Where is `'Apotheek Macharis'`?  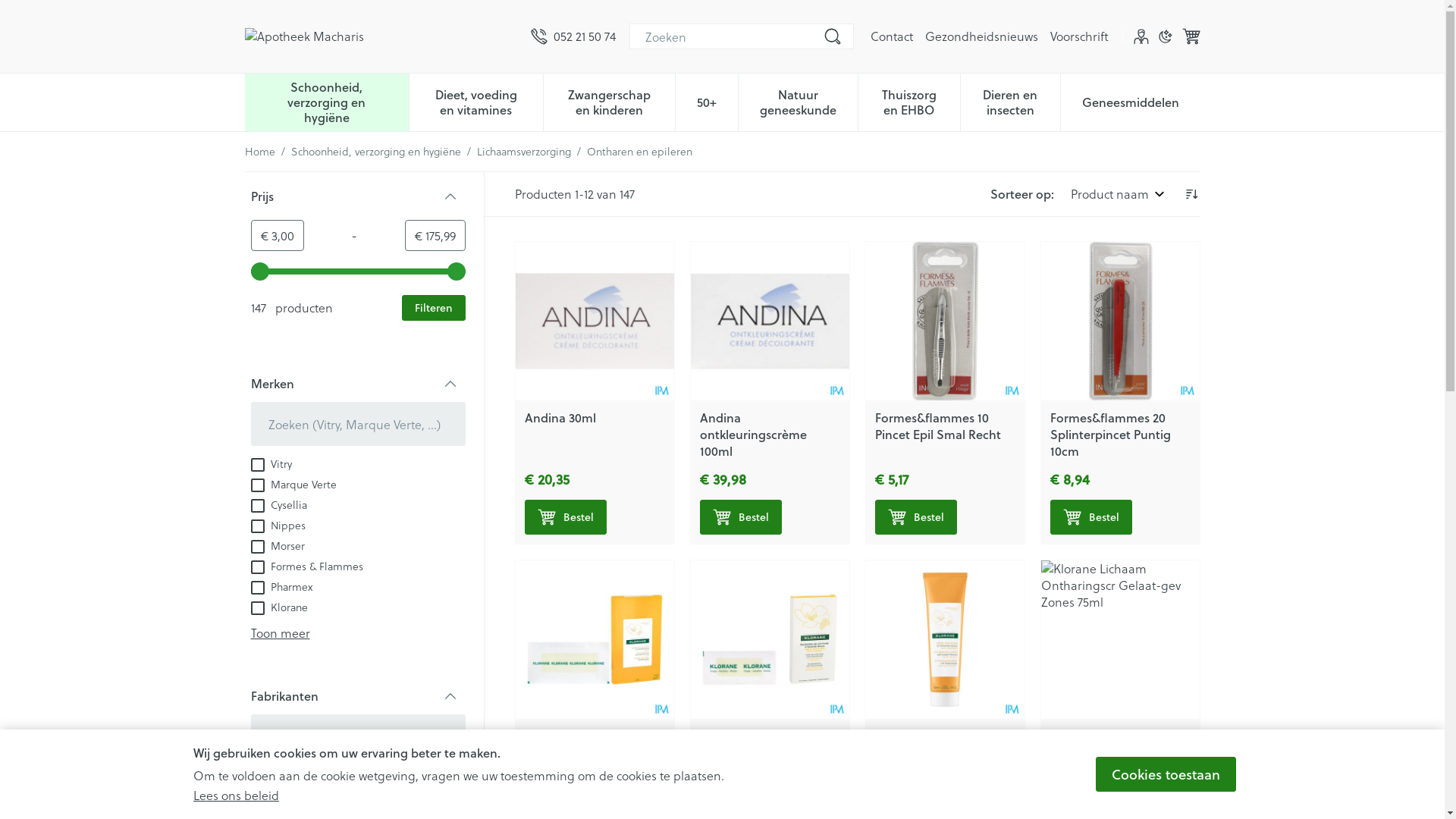 'Apotheek Macharis' is located at coordinates (303, 35).